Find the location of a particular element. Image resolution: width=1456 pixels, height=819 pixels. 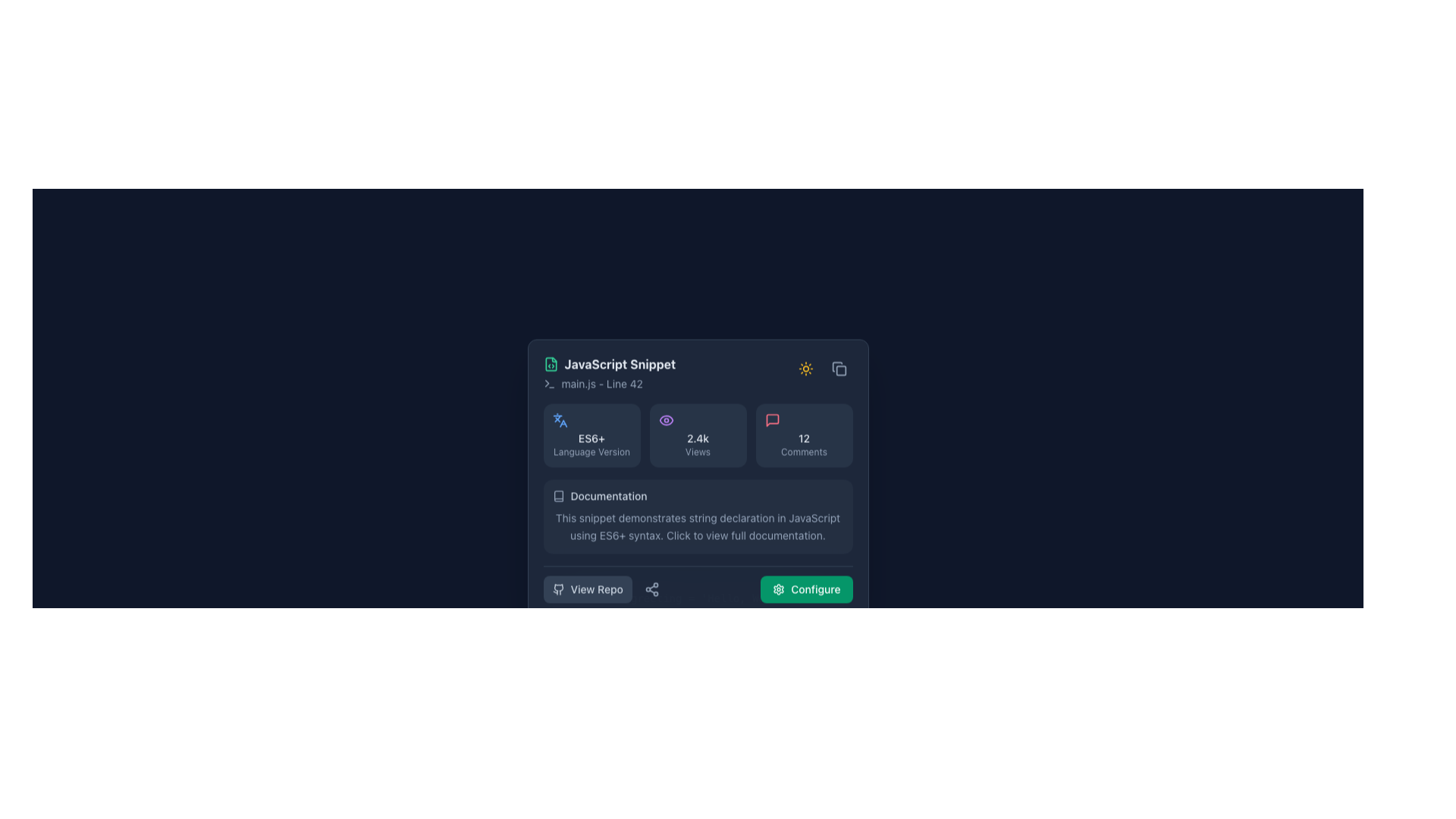

the SVG Graphic Rectangle located in the top-right corner of the copy icon if interactivity is enabled is located at coordinates (839, 371).